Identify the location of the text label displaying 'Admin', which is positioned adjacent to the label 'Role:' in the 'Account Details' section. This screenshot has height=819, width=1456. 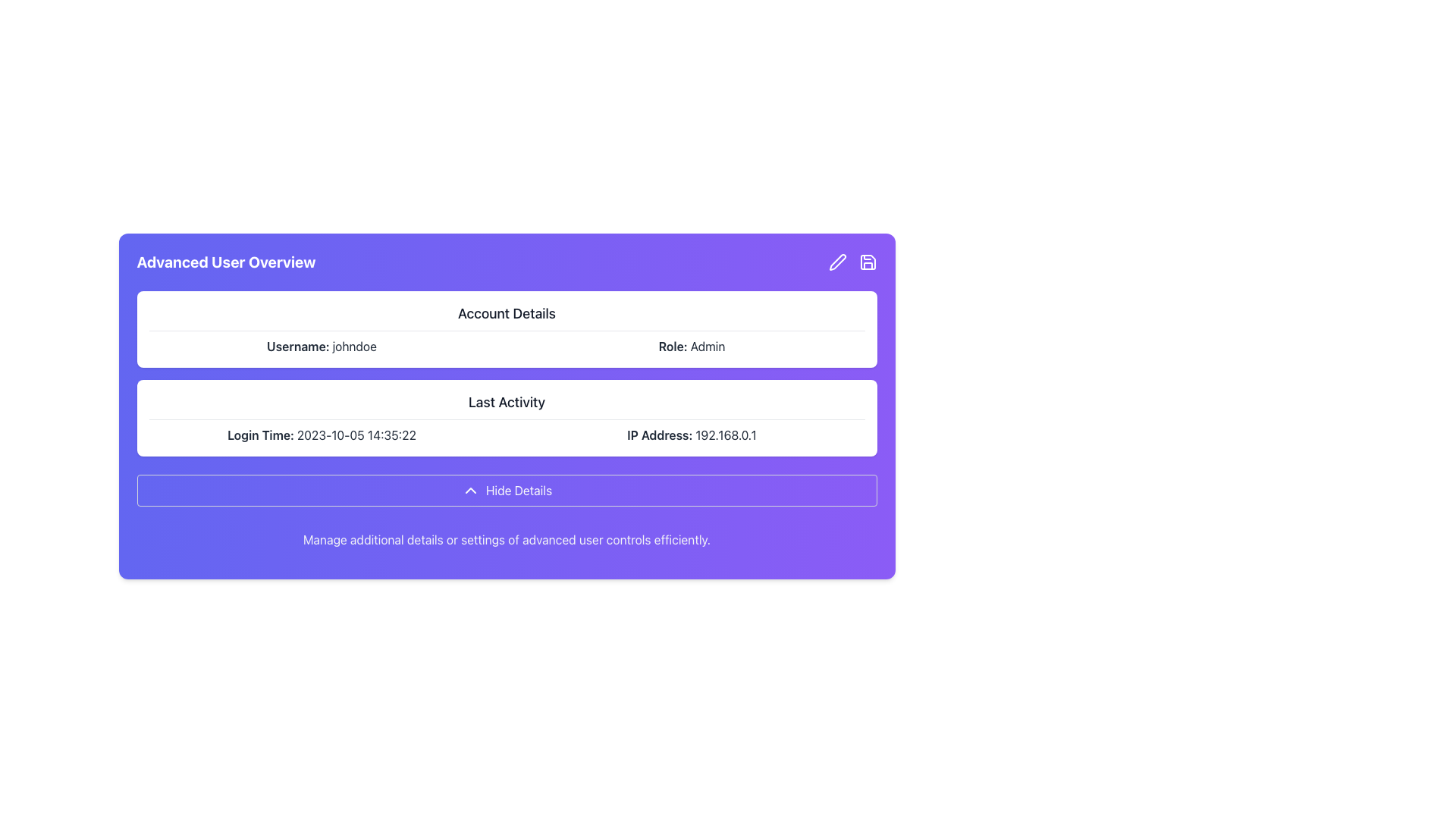
(707, 346).